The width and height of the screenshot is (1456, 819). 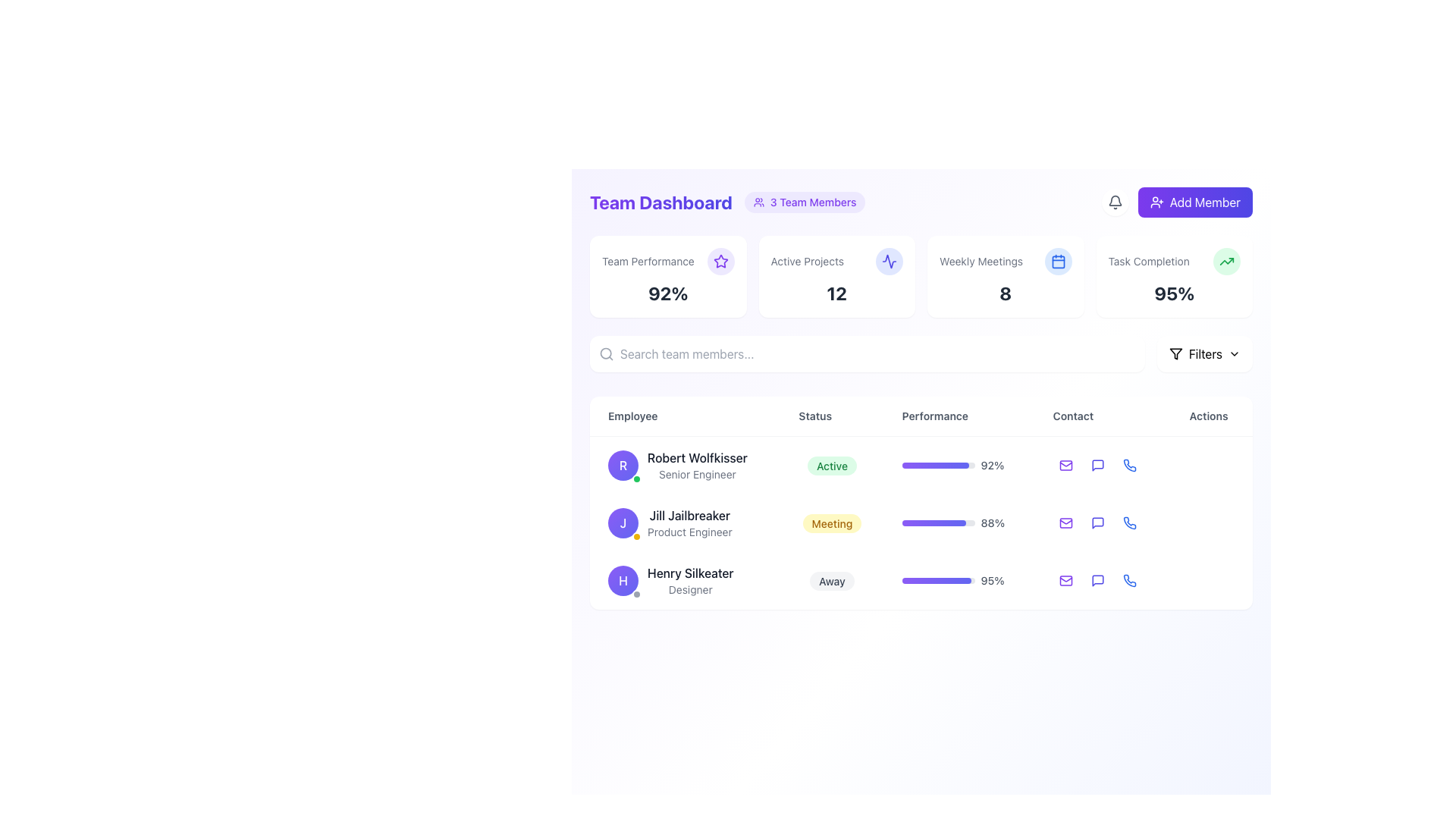 What do you see at coordinates (1057, 260) in the screenshot?
I see `the calendar icon located in the top-right of the 'Weekly Meetings' section, adjacent to the number 8` at bounding box center [1057, 260].